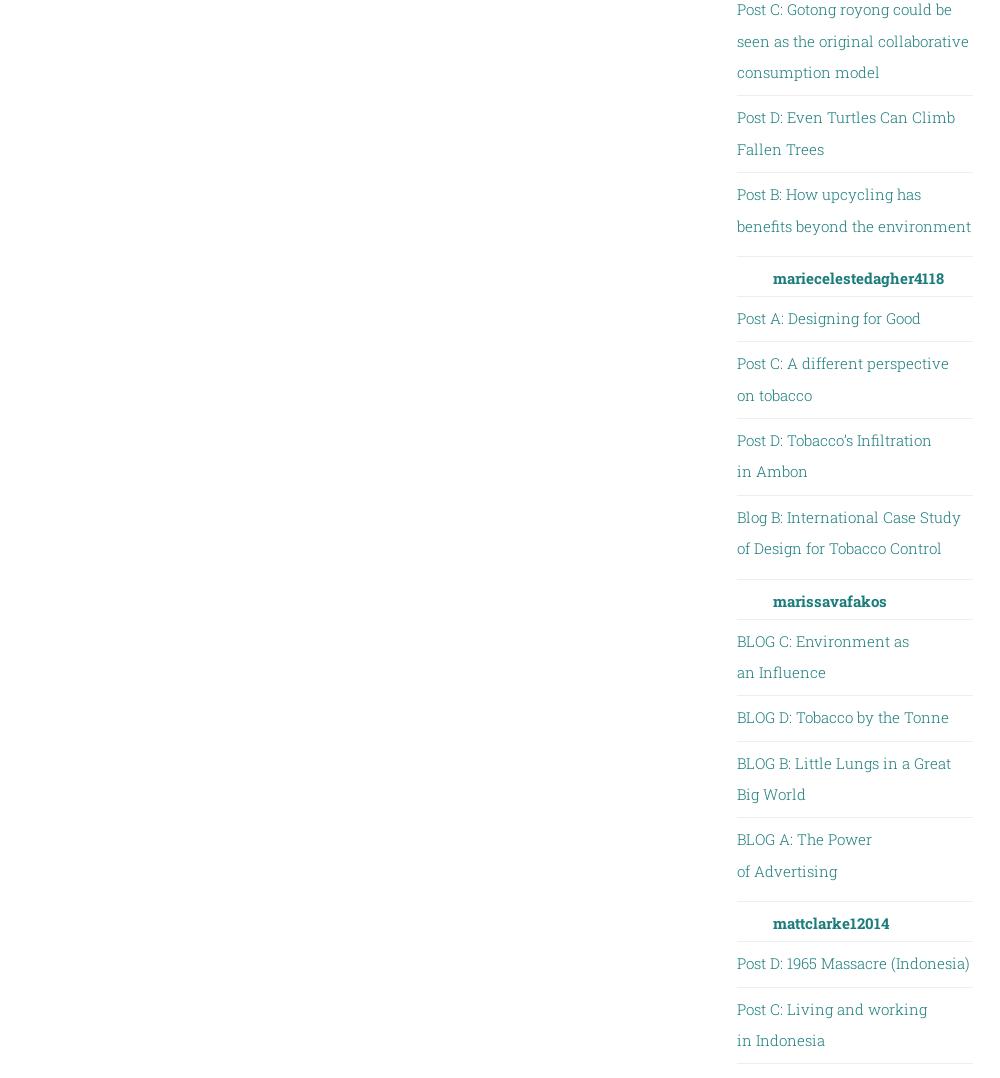 This screenshot has width=1000, height=1078. Describe the element at coordinates (821, 654) in the screenshot. I see `'BLOG C: Environment as an Influence'` at that location.